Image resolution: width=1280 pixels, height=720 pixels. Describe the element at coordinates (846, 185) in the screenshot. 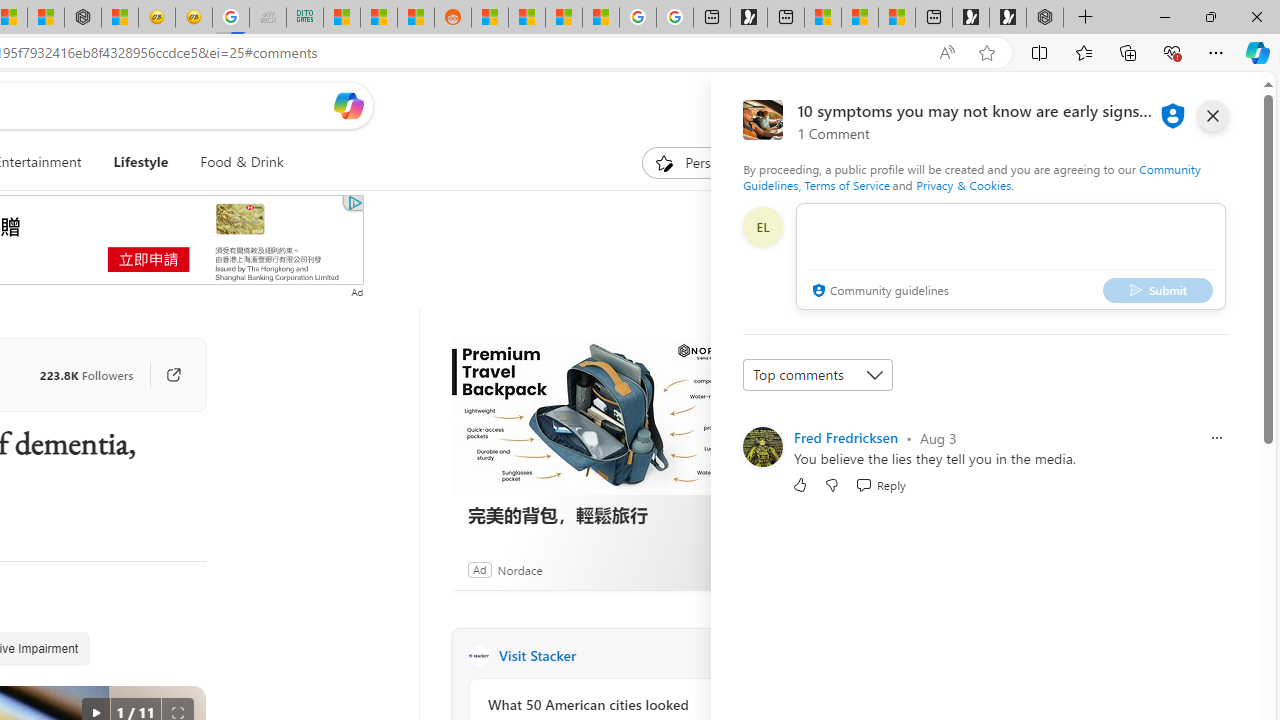

I see `'Terms of Service'` at that location.